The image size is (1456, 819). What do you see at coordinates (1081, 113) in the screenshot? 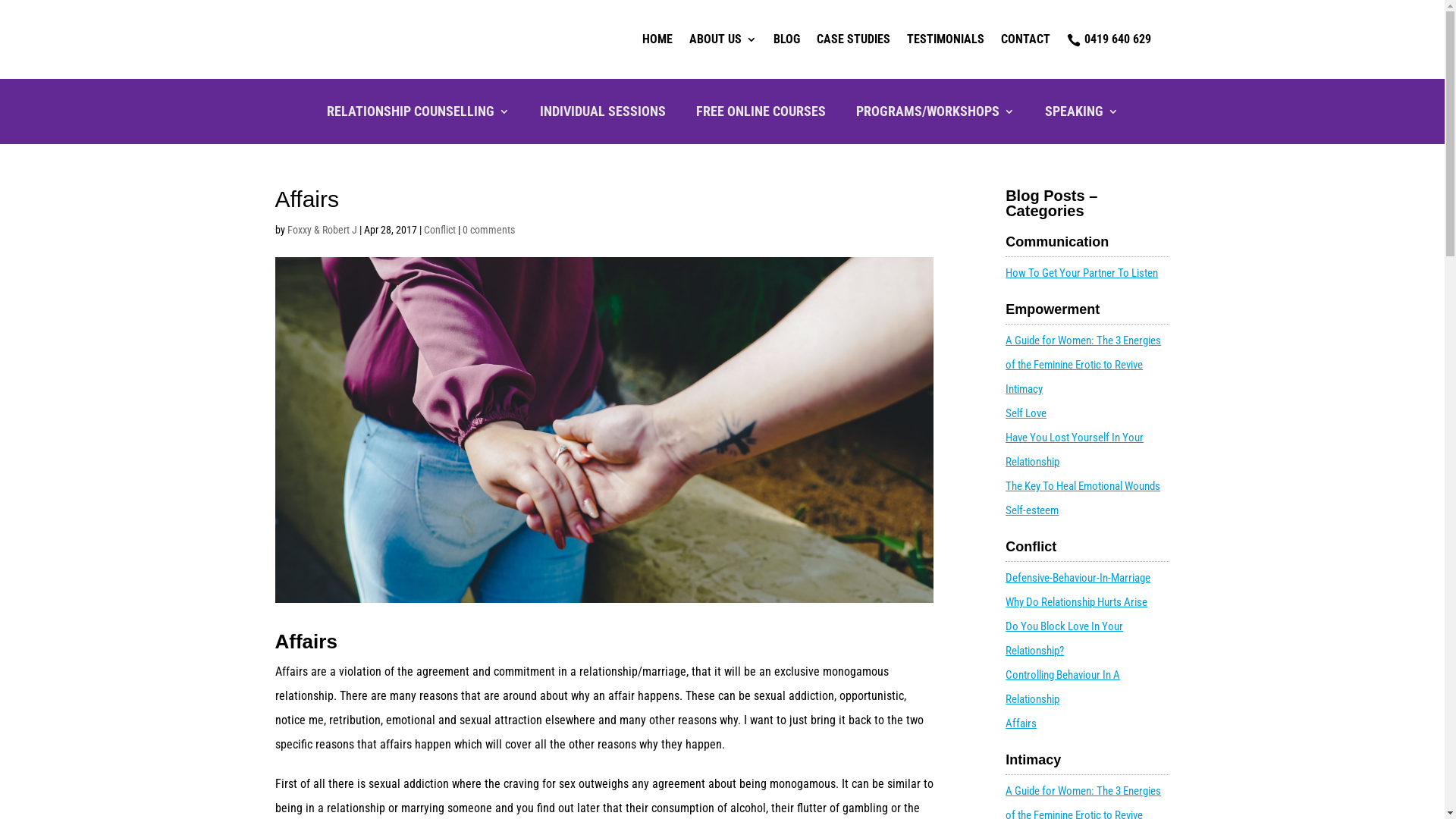
I see `'SPEAKING'` at bounding box center [1081, 113].